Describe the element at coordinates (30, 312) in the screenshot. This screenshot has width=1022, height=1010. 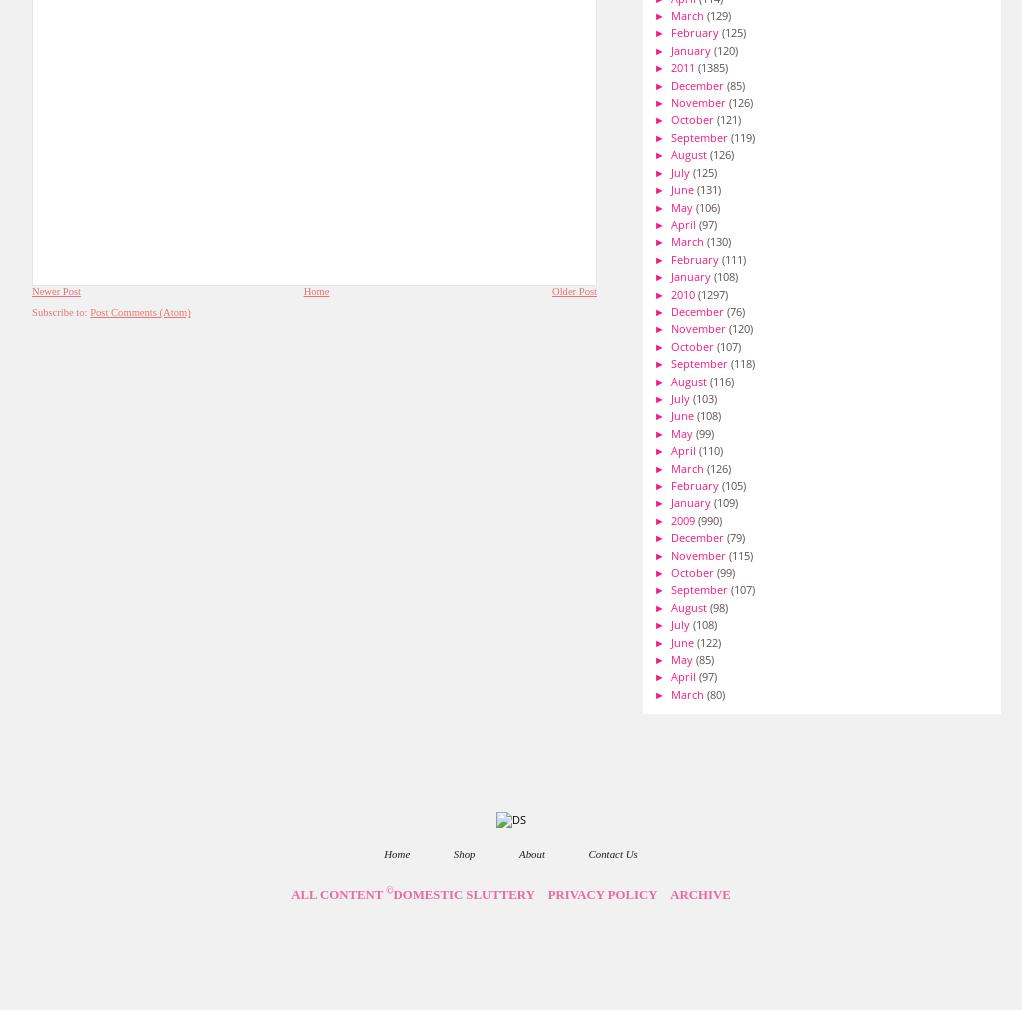
I see `'Subscribe to:'` at that location.